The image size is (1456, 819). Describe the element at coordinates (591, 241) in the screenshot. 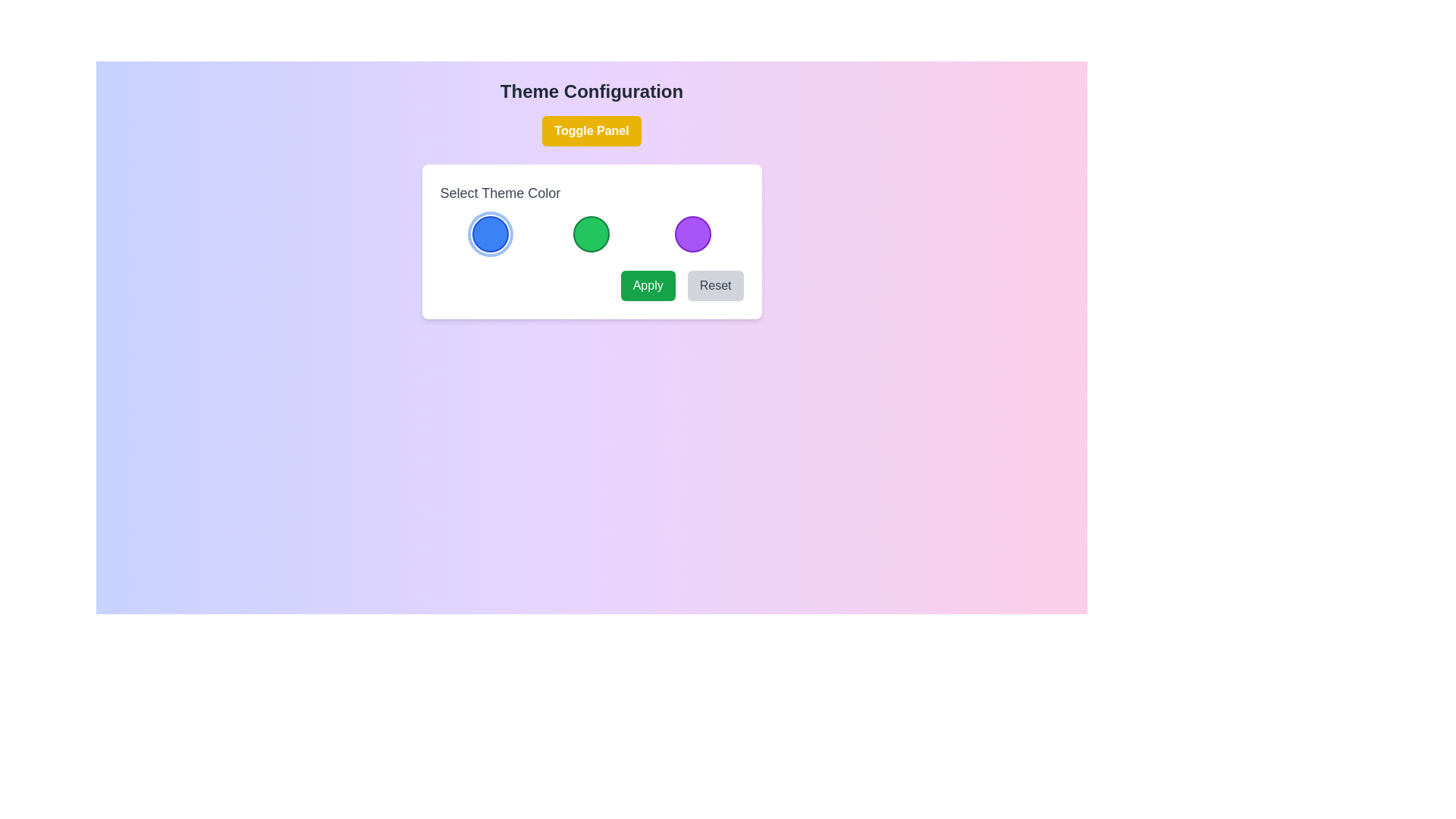

I see `the green circular button in the 'Select Theme Color' section` at that location.